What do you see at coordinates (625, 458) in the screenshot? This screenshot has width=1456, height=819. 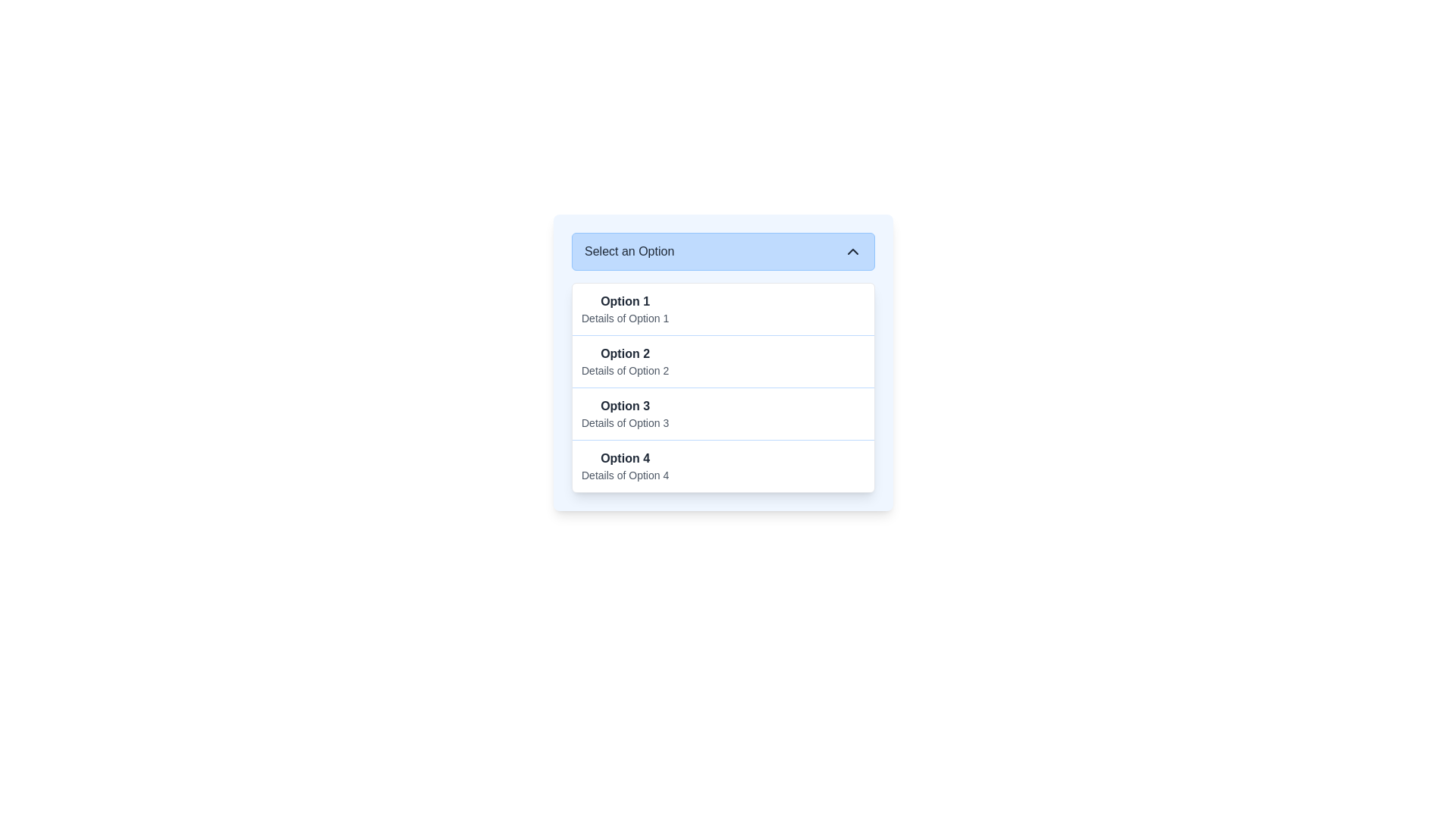 I see `the text label displaying 'Option 4' in bold with a dark gray font, located above the text 'Details of Option 4' in the dropdown menu` at bounding box center [625, 458].